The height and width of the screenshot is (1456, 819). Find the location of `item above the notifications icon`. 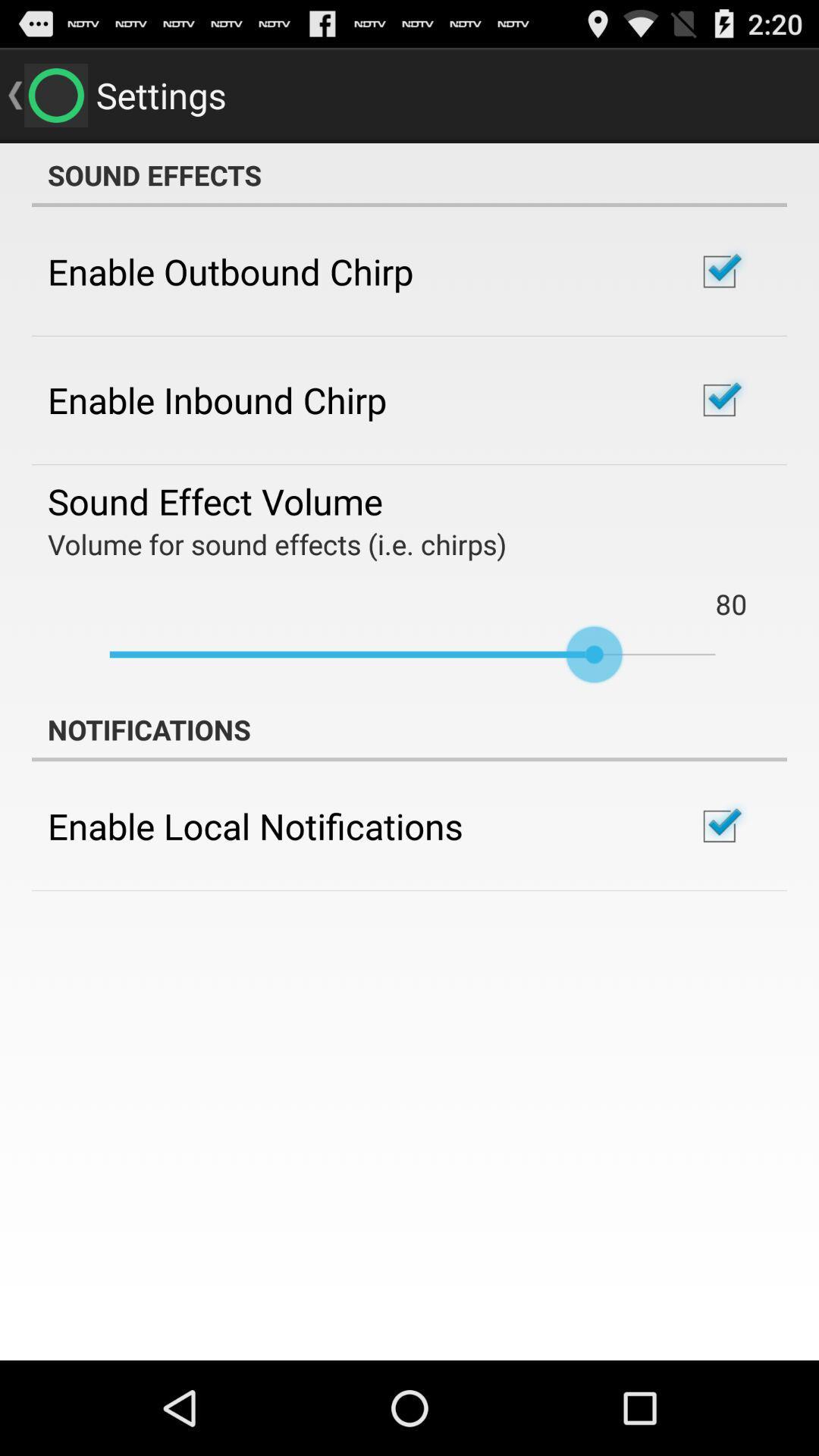

item above the notifications icon is located at coordinates (413, 654).